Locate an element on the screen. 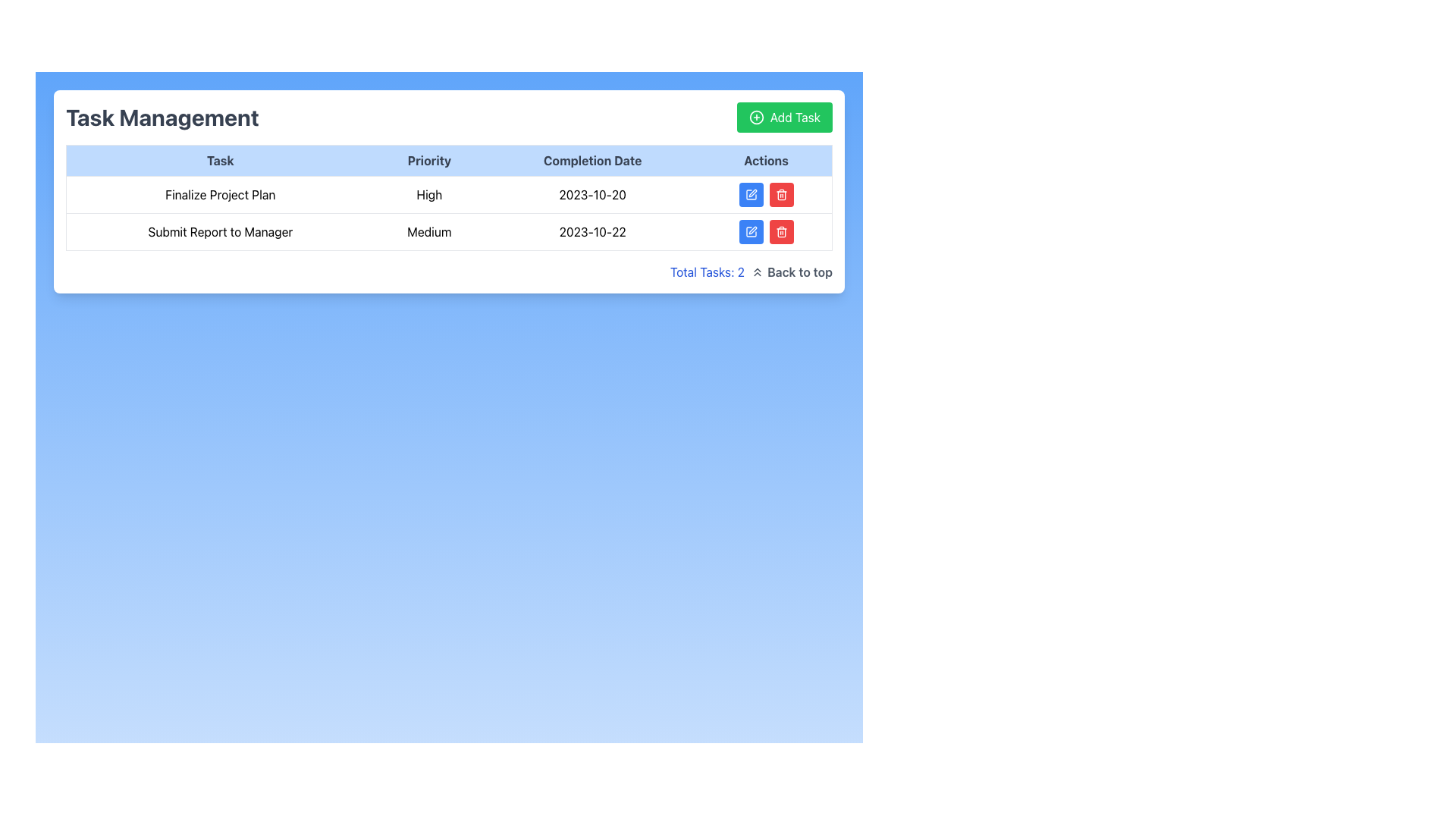  the pen icon is located at coordinates (752, 231).